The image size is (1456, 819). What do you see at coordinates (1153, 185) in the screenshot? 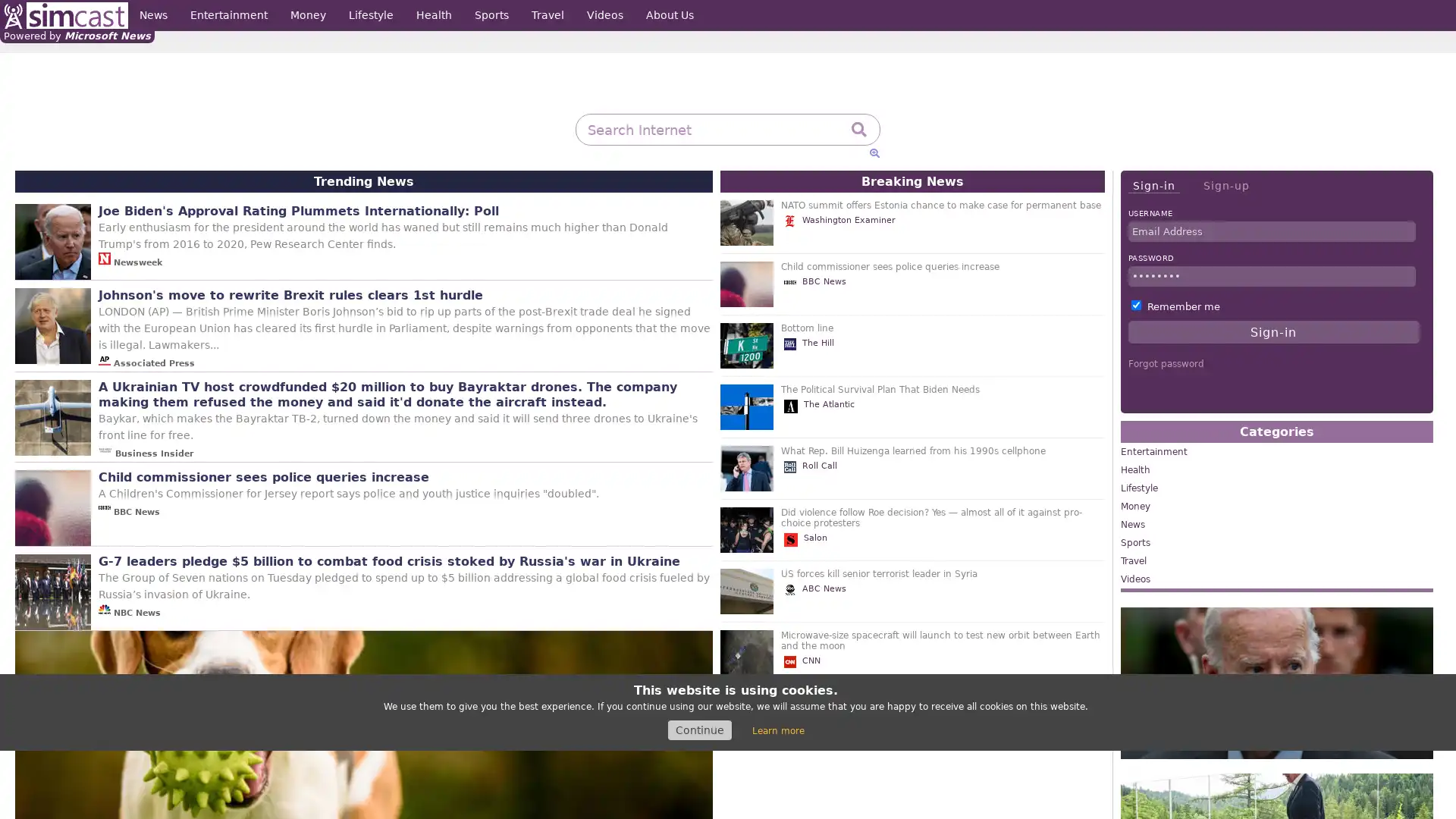
I see `Sign-in` at bounding box center [1153, 185].